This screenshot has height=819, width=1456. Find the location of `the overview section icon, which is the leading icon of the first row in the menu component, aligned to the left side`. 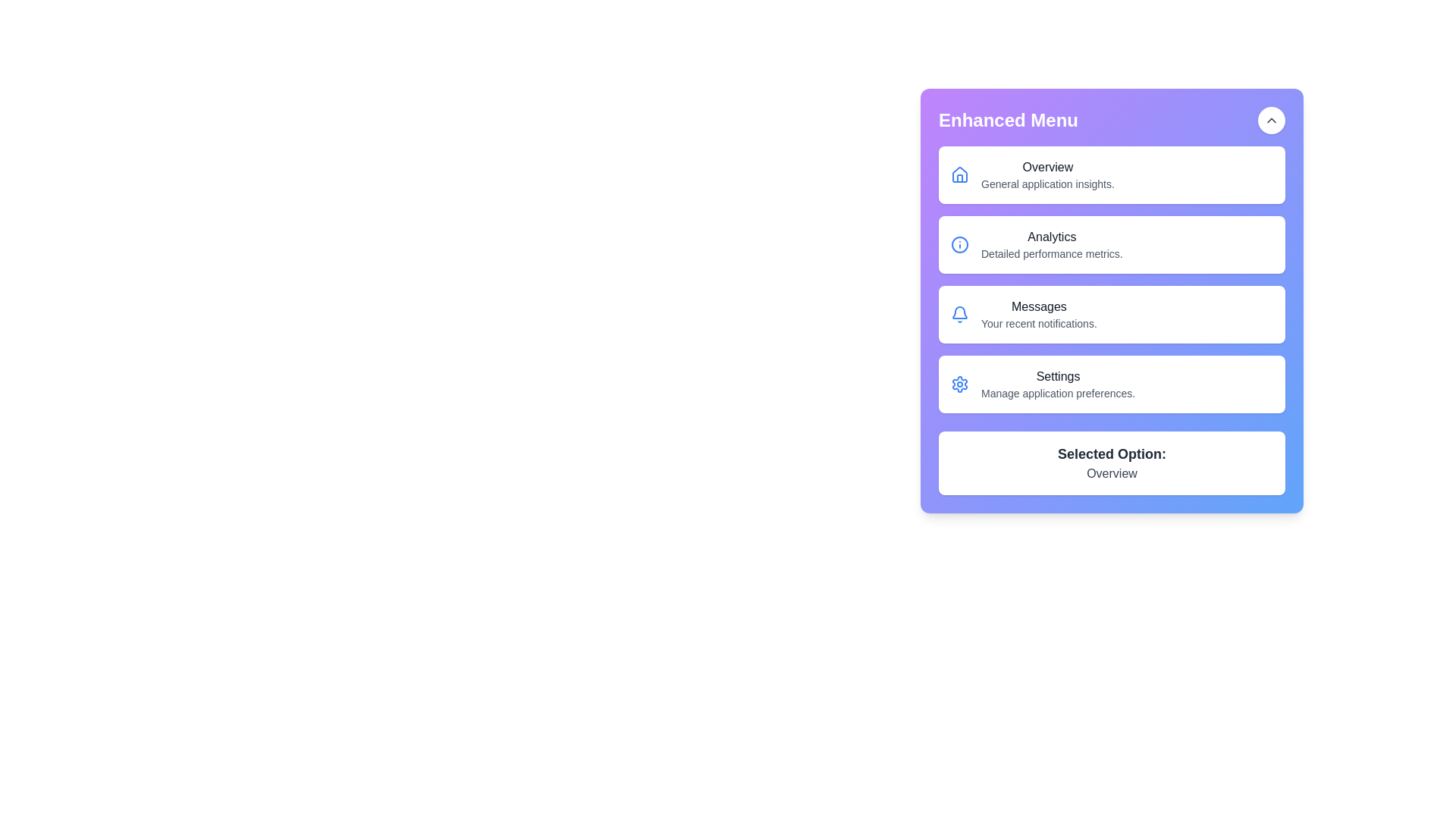

the overview section icon, which is the leading icon of the first row in the menu component, aligned to the left side is located at coordinates (959, 174).